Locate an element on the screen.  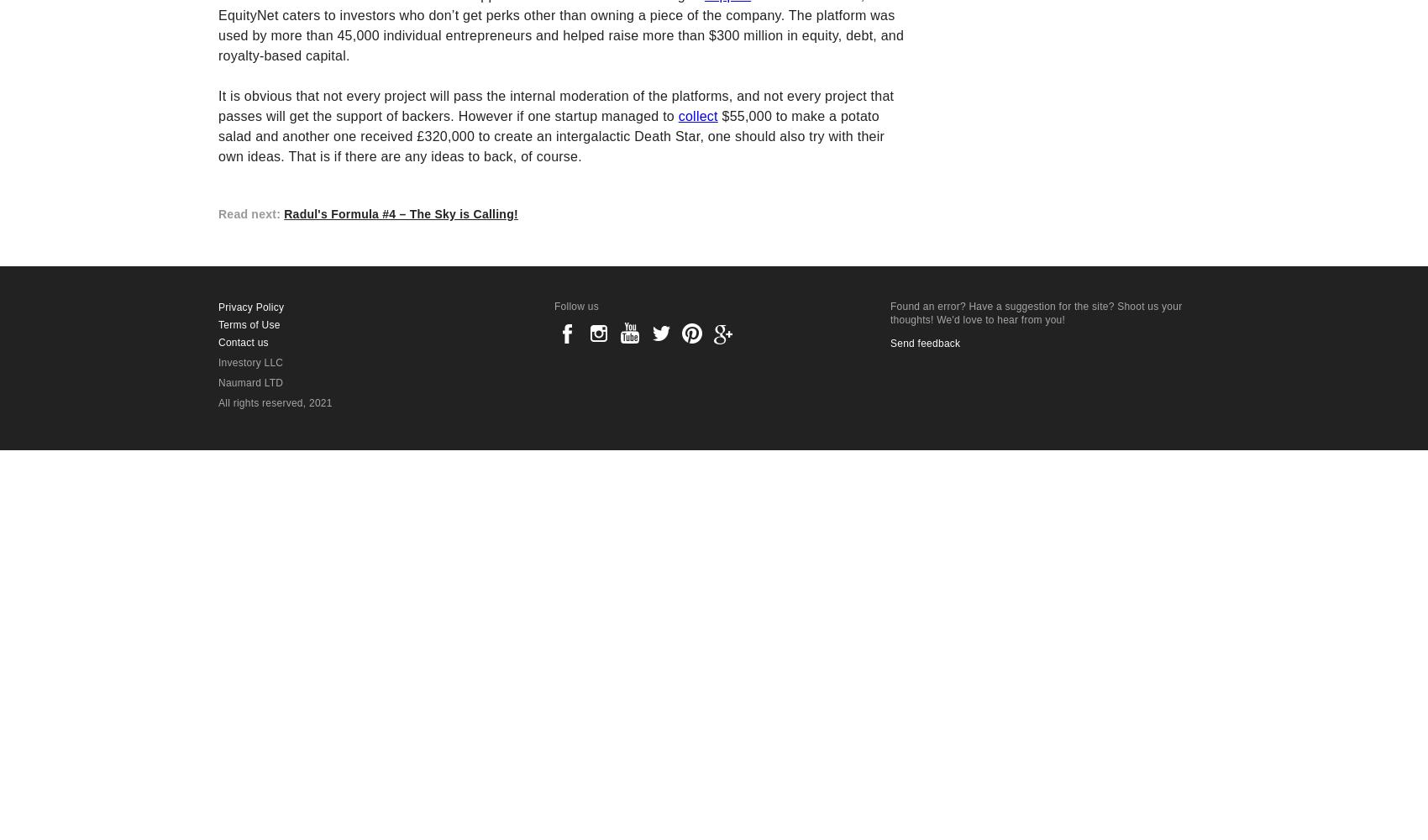
'Terms of Use' is located at coordinates (218, 324).